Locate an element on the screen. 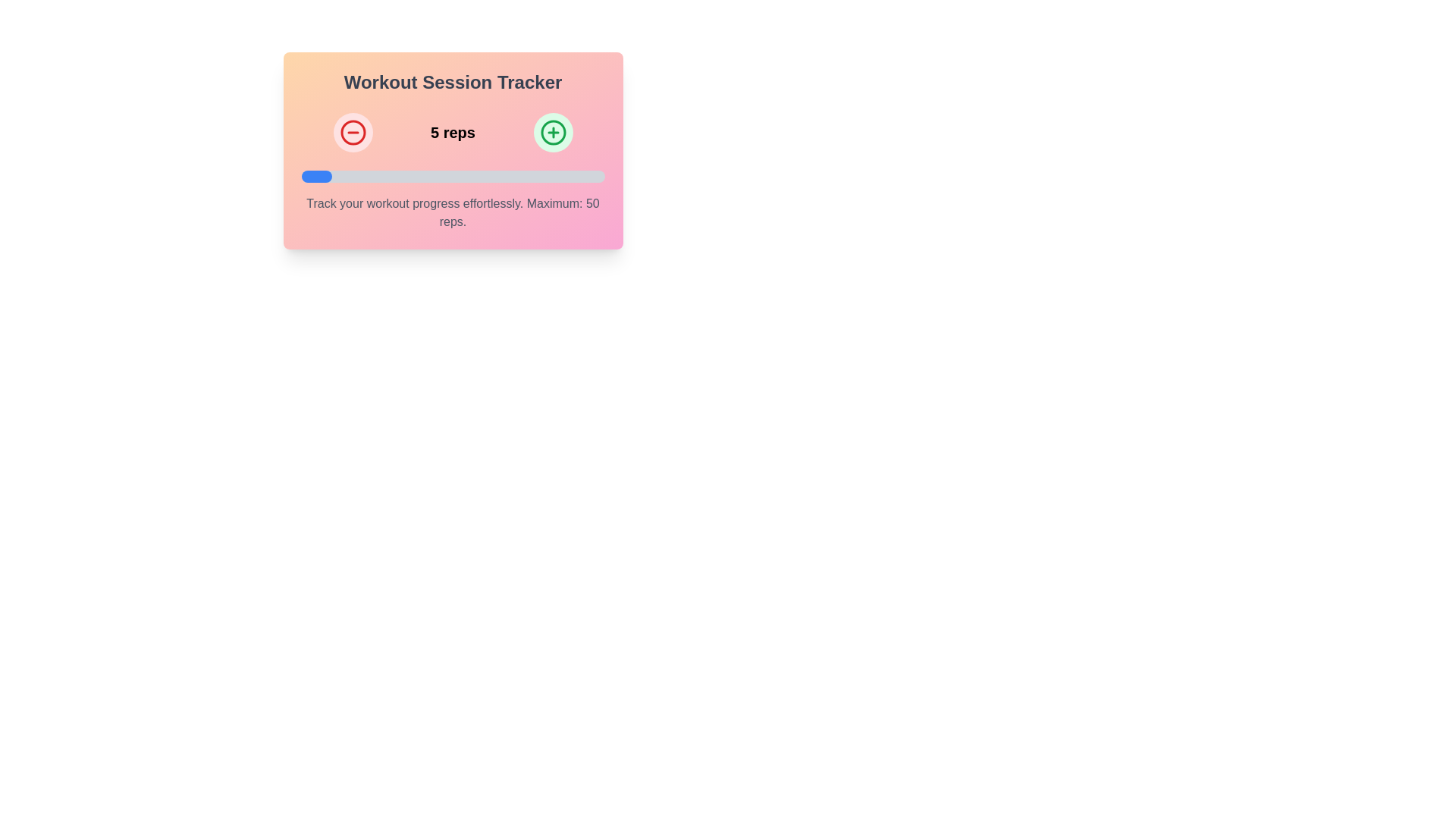 Image resolution: width=1456 pixels, height=819 pixels. the slider is located at coordinates (319, 175).